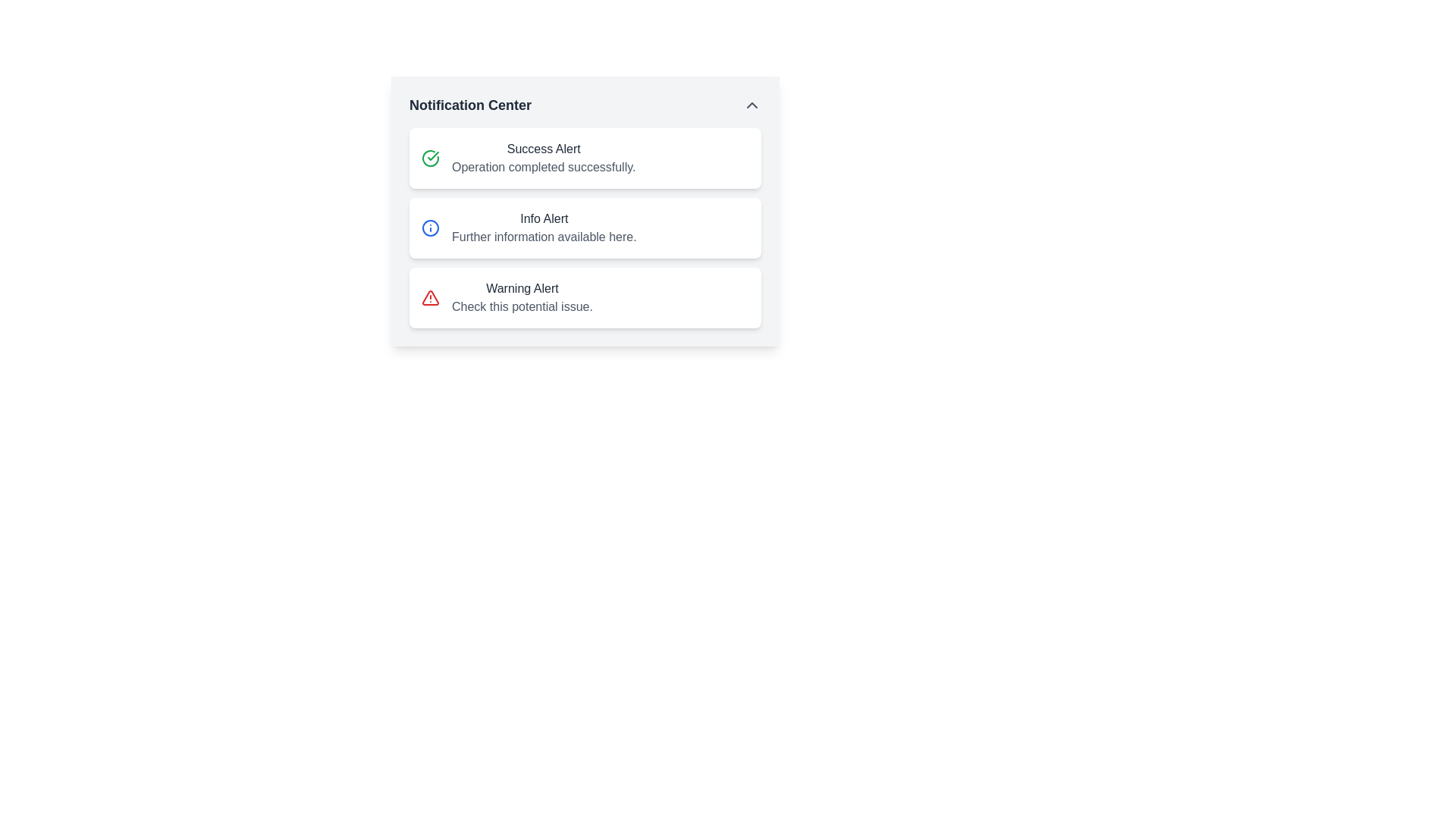  Describe the element at coordinates (544, 237) in the screenshot. I see `the text element reading 'Further information available here.' which is styled in gray and located below the bold title 'Info Alert'` at that location.